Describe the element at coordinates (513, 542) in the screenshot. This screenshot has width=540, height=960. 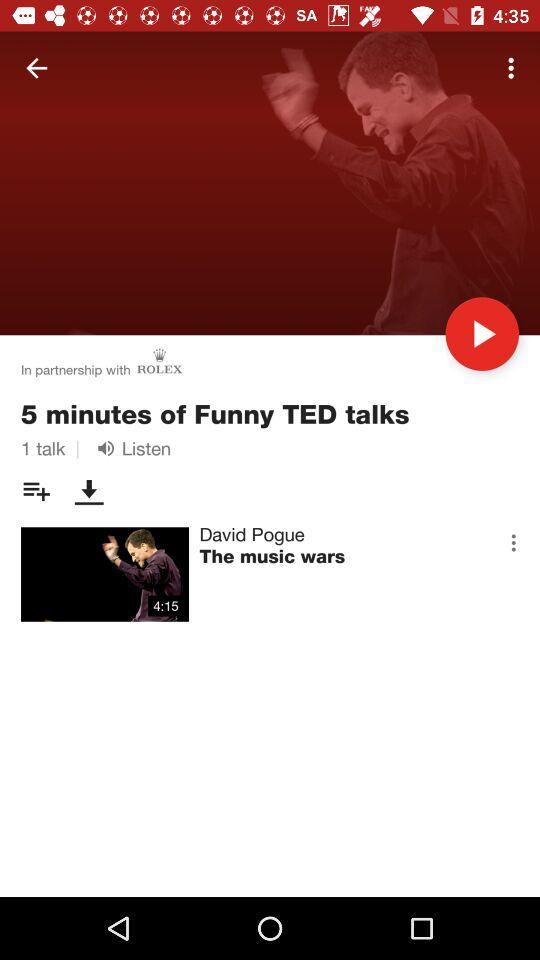
I see `the icon next to the david pogue item` at that location.